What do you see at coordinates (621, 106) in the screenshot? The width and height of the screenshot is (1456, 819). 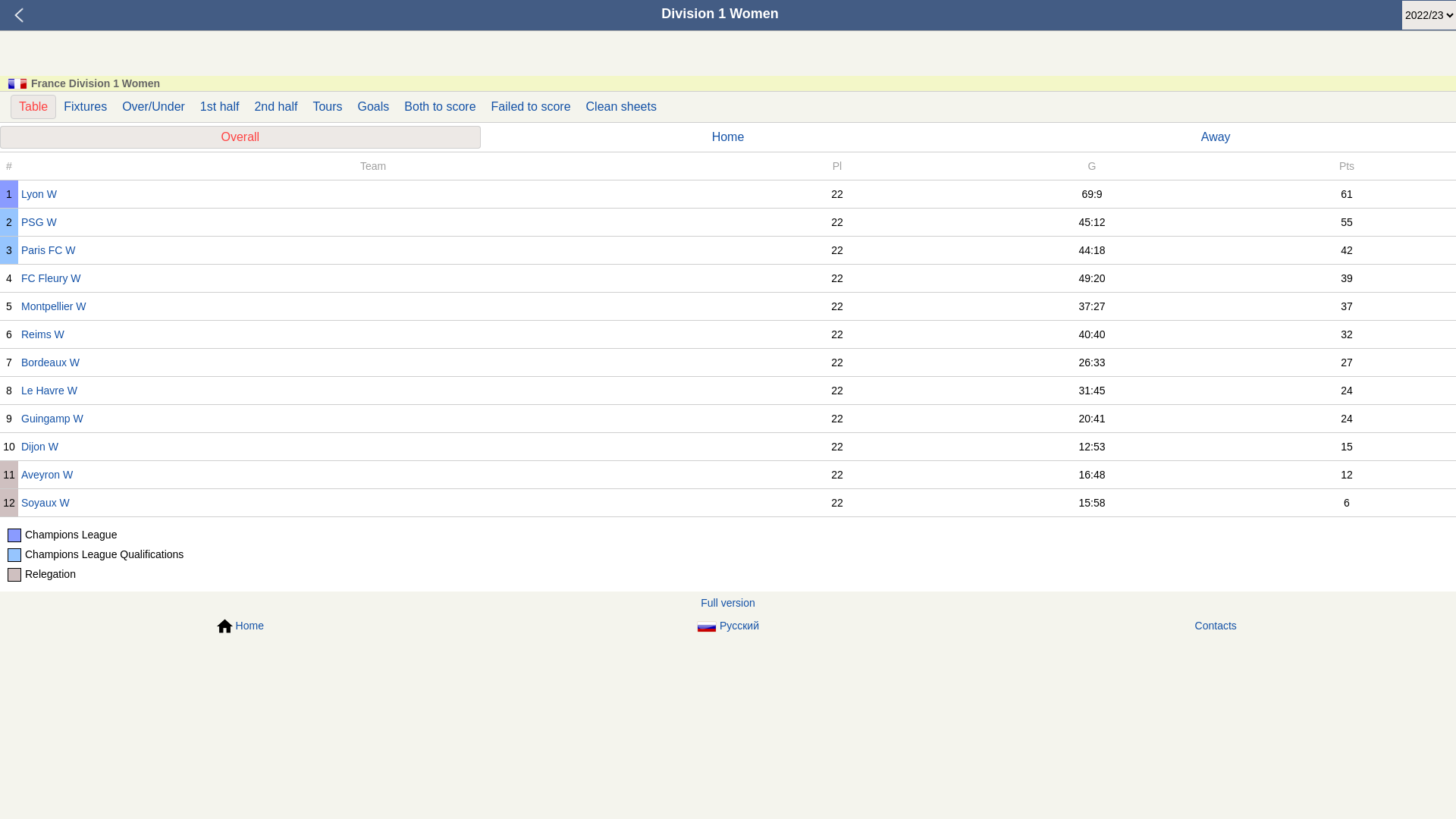 I see `'Clean sheets'` at bounding box center [621, 106].